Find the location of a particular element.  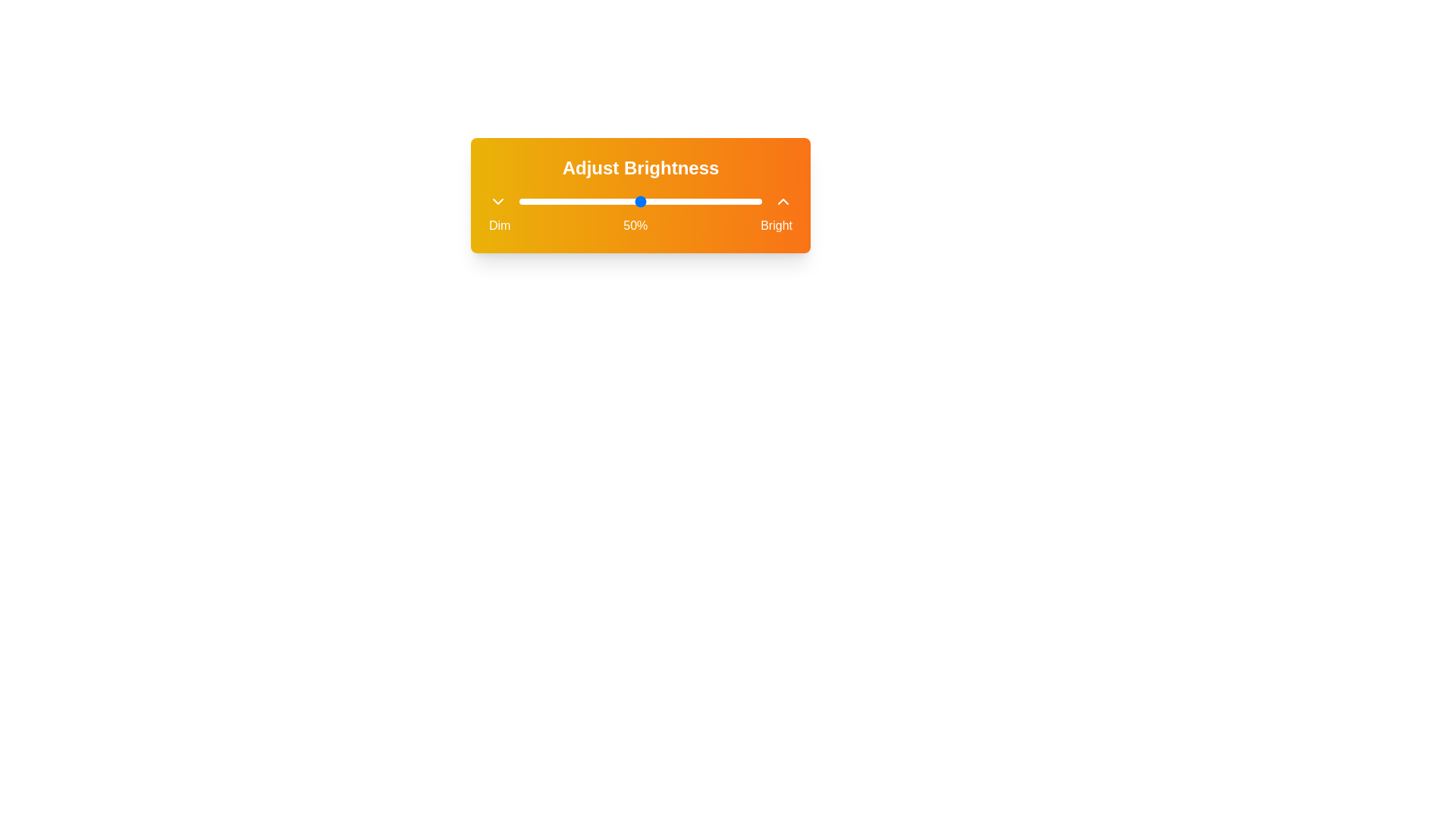

brightness level is located at coordinates (529, 201).